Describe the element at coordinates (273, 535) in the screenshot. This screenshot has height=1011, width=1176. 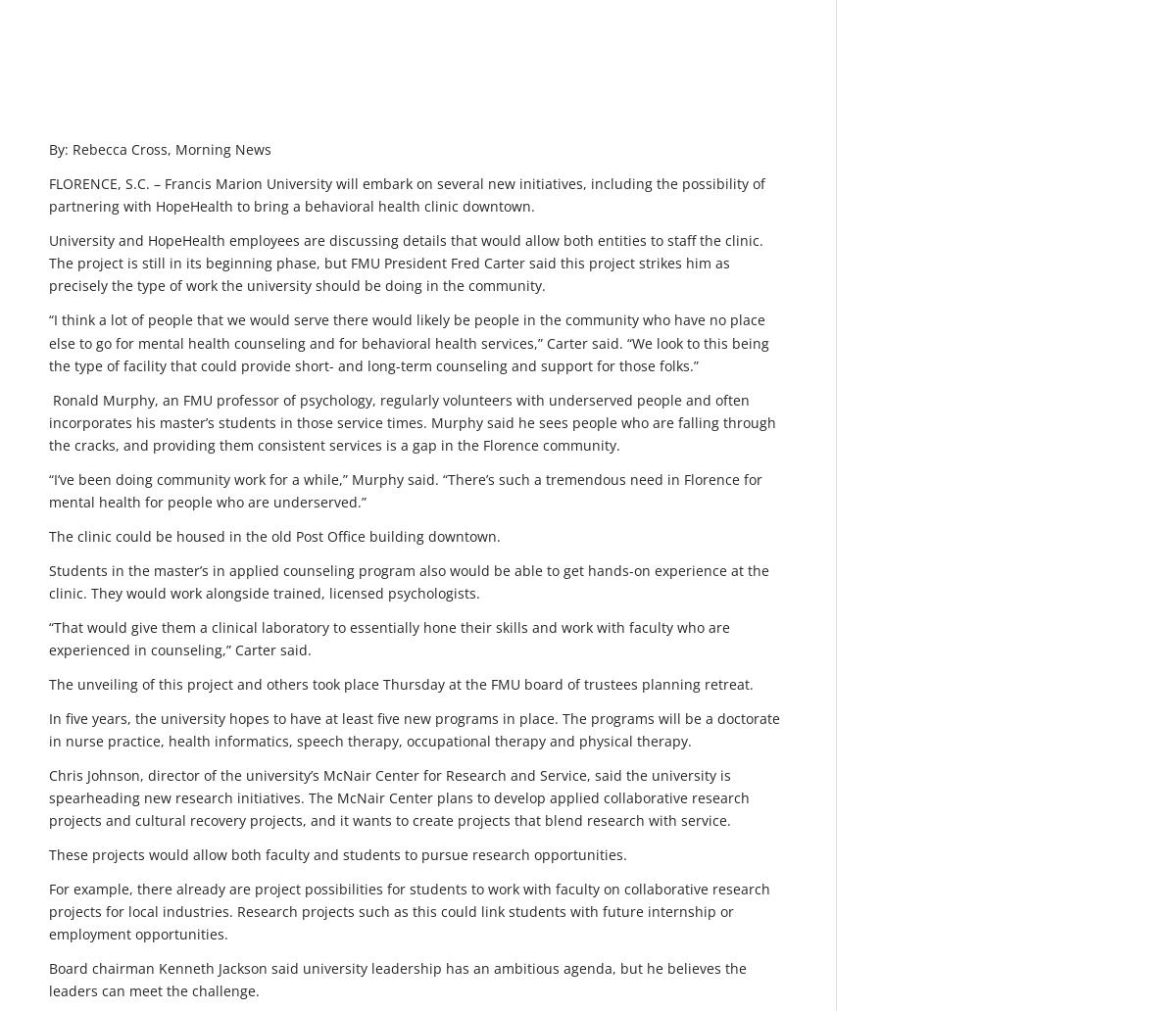
I see `'The clinic could be housed in the old Post Office building downtown.'` at that location.